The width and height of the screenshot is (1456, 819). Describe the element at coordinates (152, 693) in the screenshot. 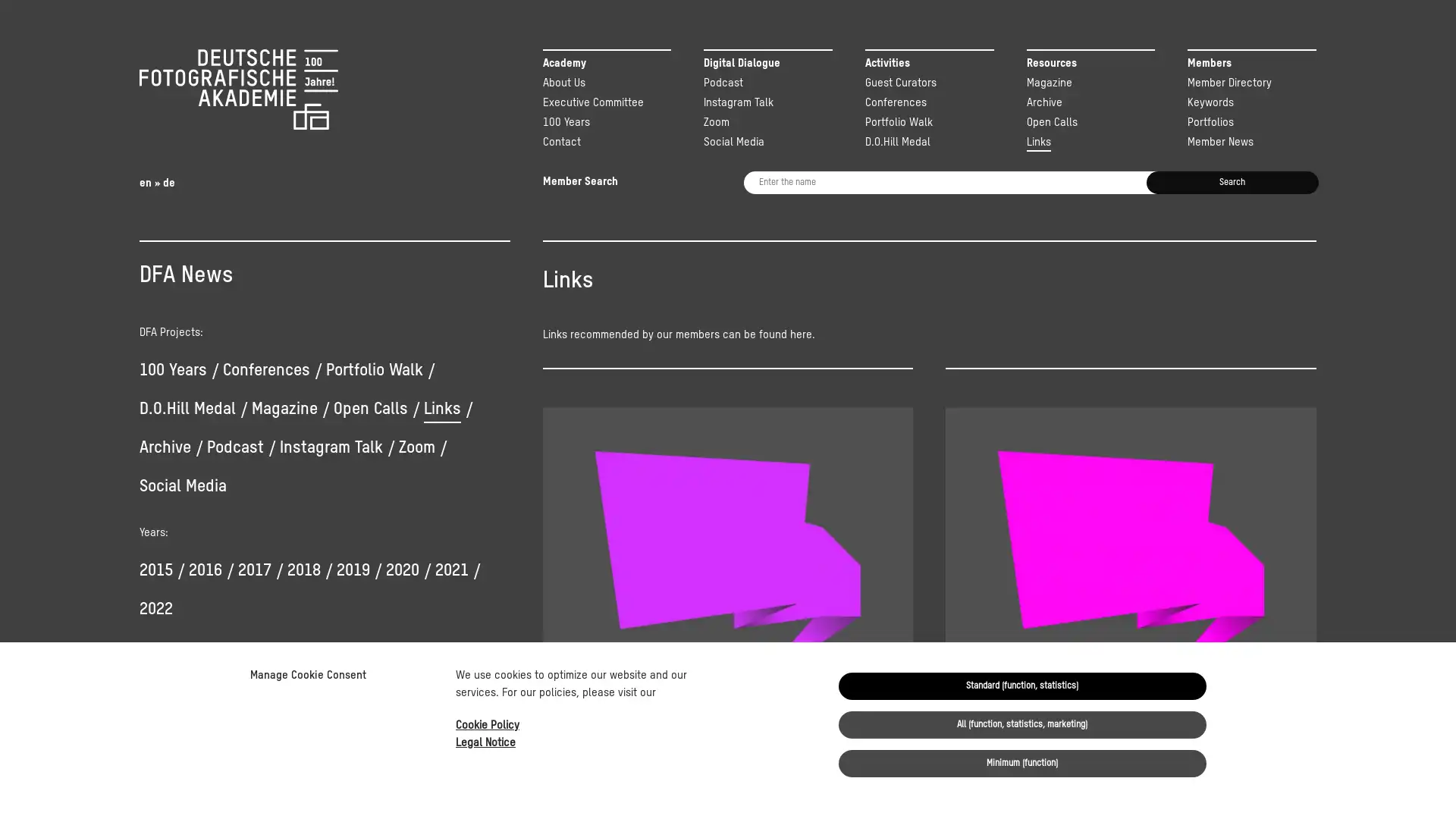

I see `Yes` at that location.